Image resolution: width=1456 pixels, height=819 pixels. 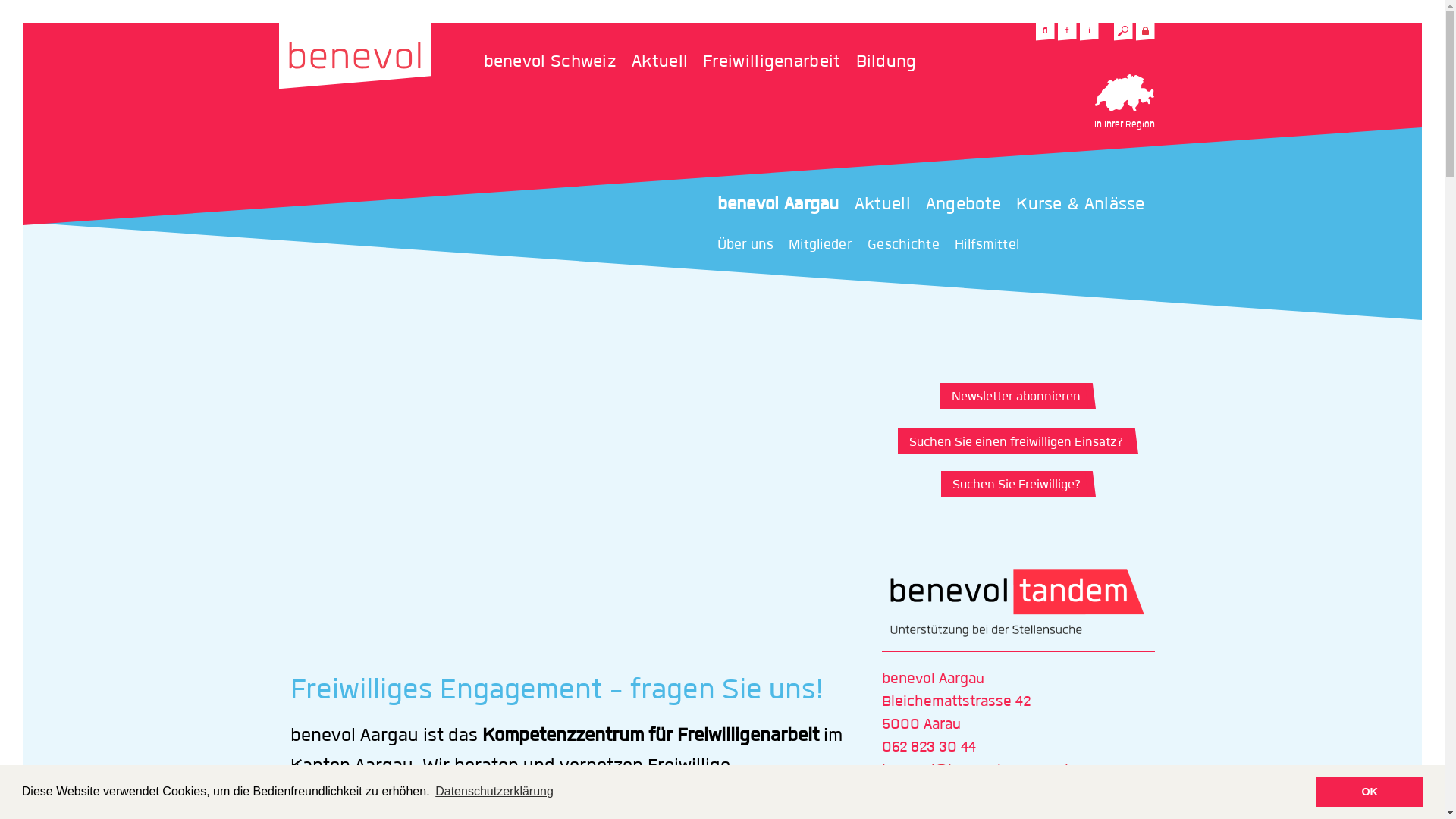 I want to click on 'Suchen Sie Freiwillige?', so click(x=1014, y=483).